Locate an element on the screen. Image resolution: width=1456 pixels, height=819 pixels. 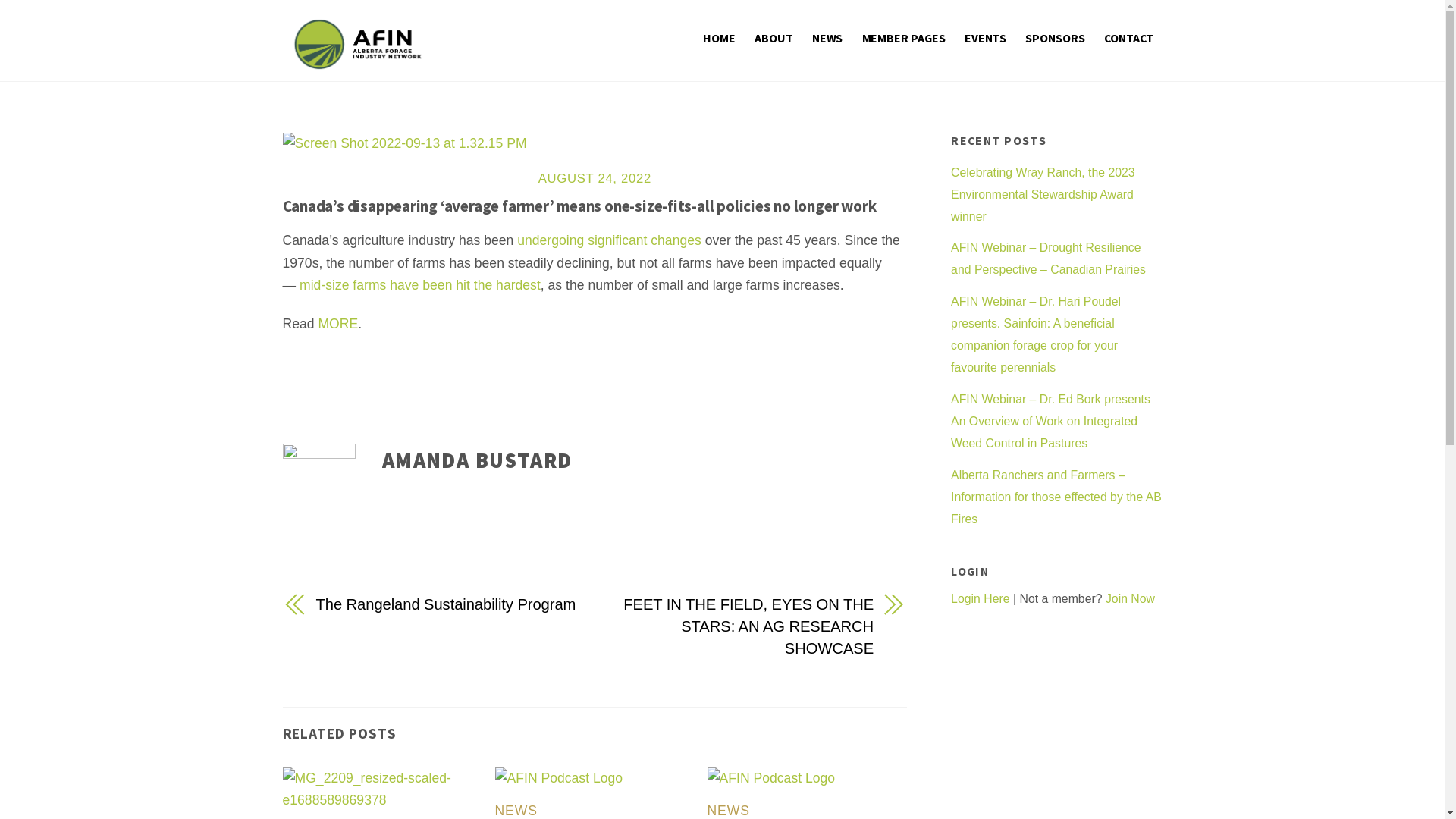
'ABOUT' is located at coordinates (773, 36).